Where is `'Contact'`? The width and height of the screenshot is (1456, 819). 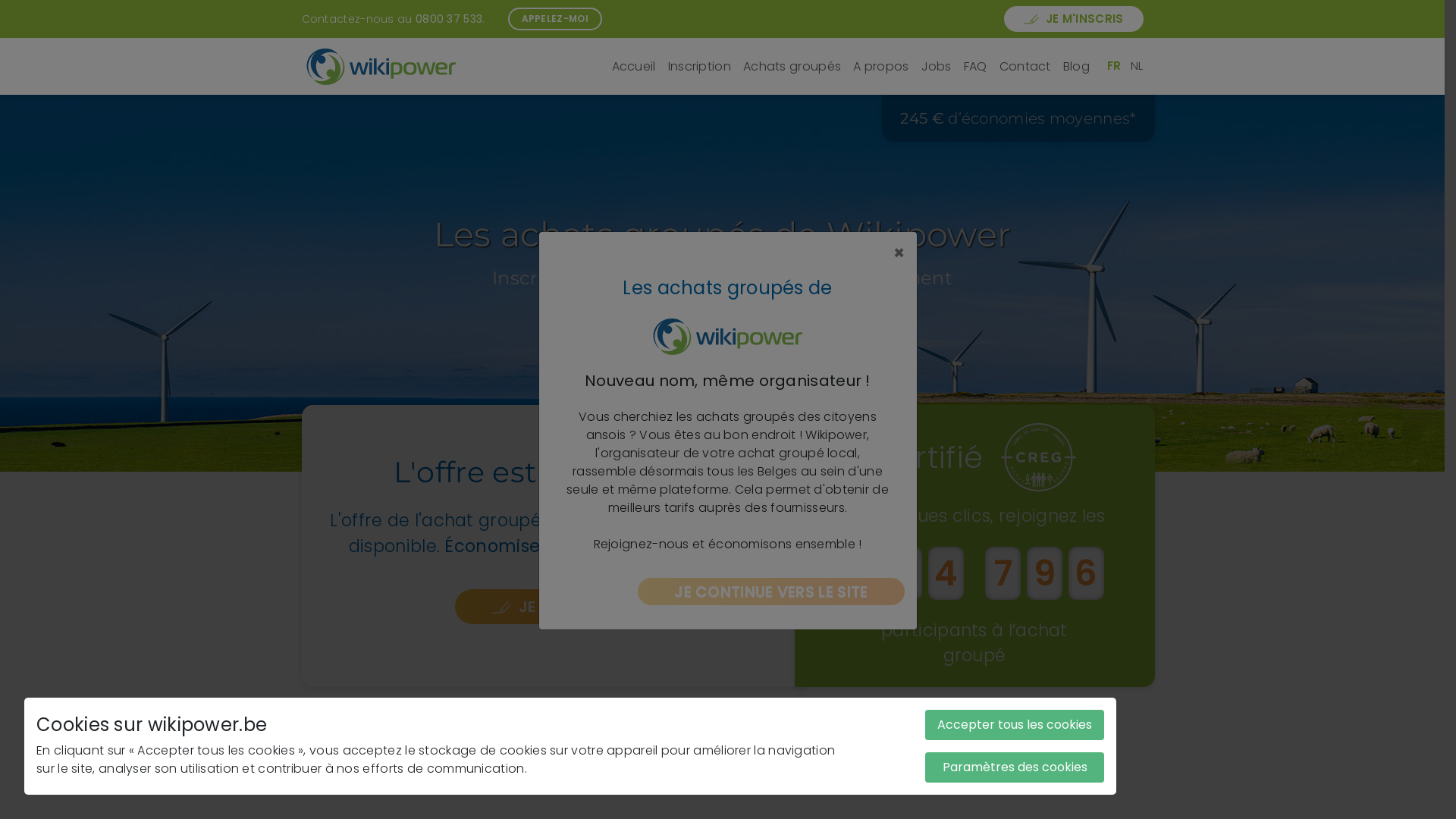 'Contact' is located at coordinates (1025, 66).